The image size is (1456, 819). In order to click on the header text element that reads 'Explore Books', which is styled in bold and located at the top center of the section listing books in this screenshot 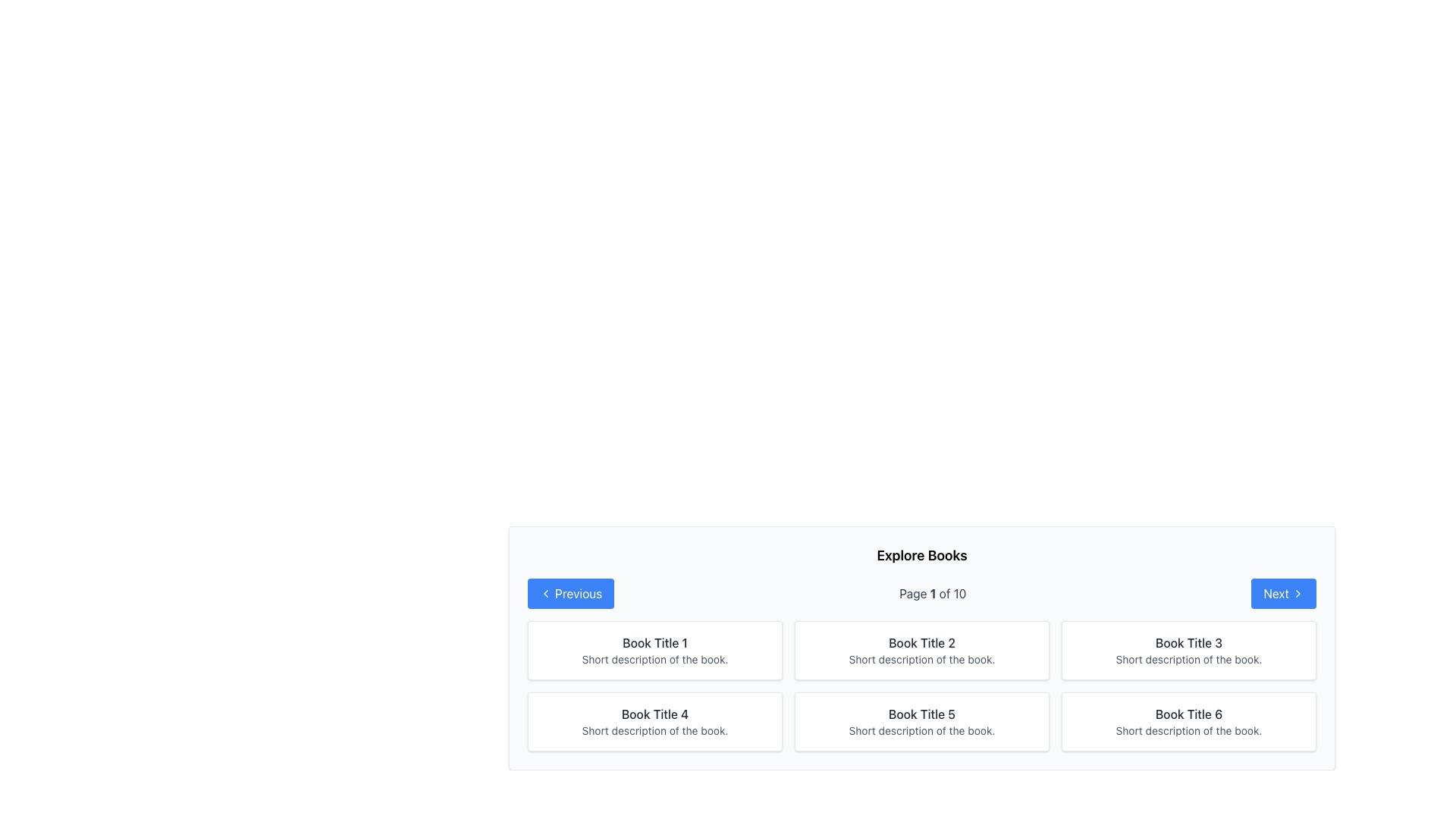, I will do `click(921, 555)`.